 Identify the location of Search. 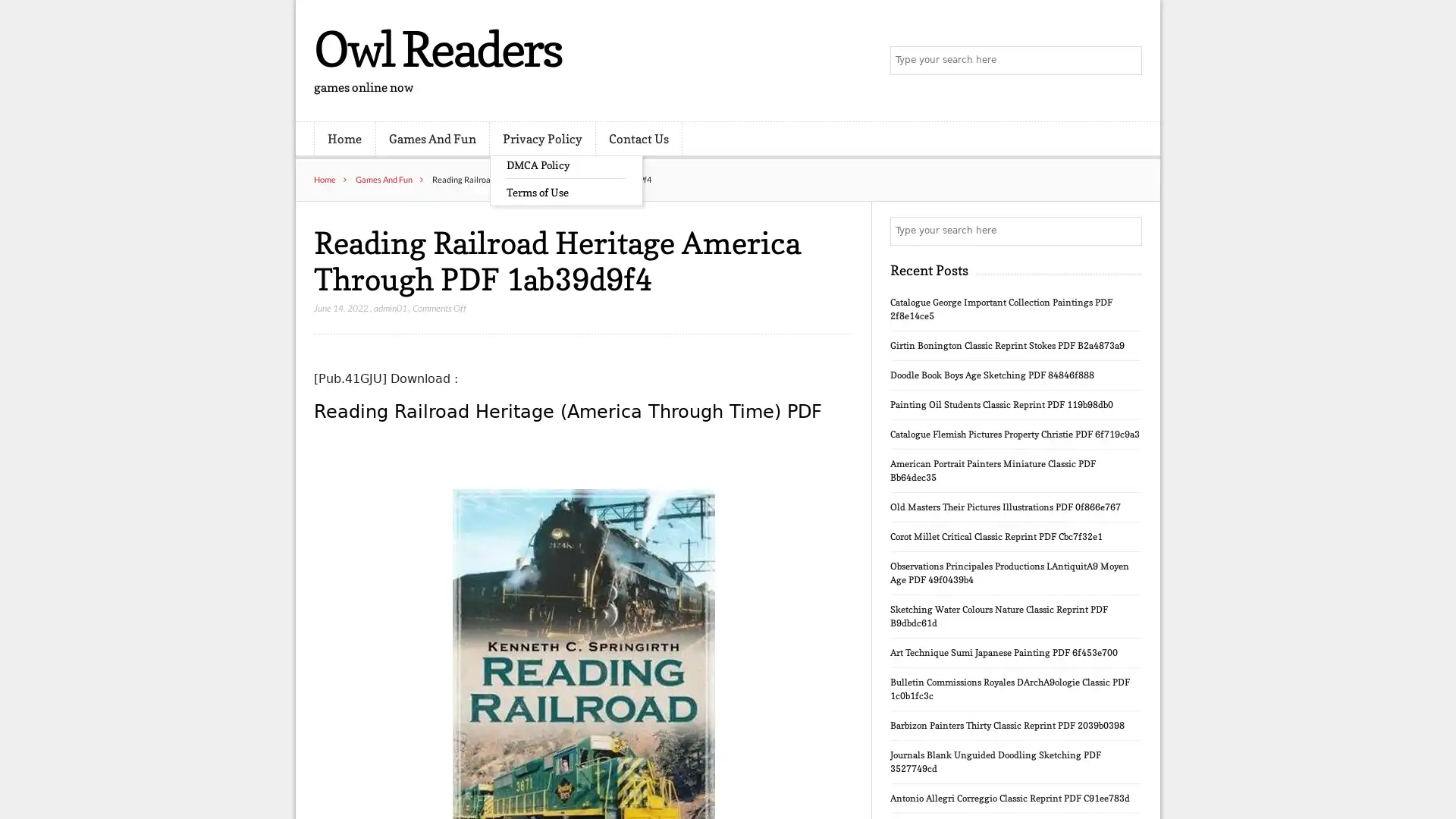
(1126, 61).